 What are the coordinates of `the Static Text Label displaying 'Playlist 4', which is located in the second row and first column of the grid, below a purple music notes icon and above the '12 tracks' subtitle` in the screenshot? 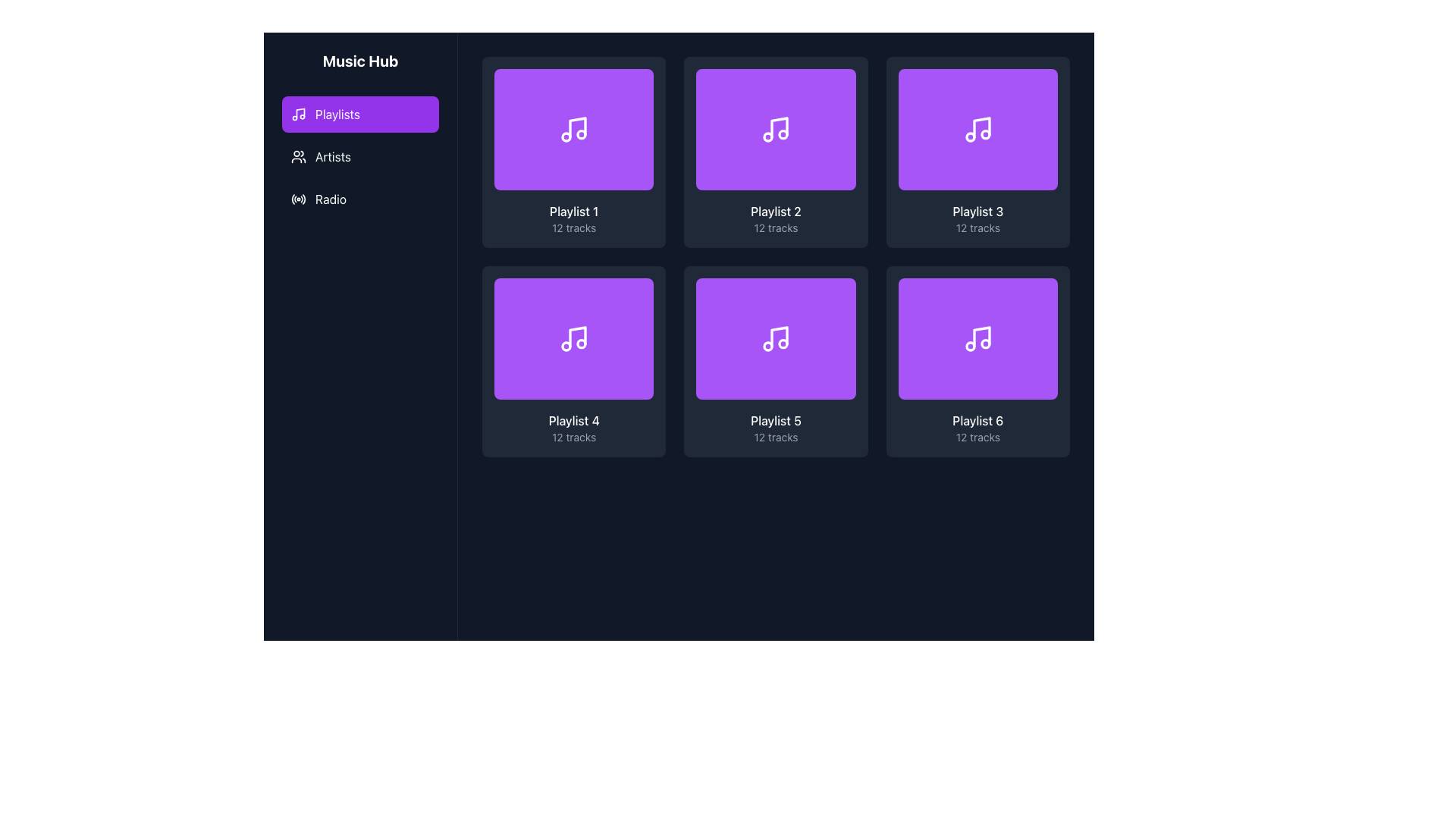 It's located at (573, 421).